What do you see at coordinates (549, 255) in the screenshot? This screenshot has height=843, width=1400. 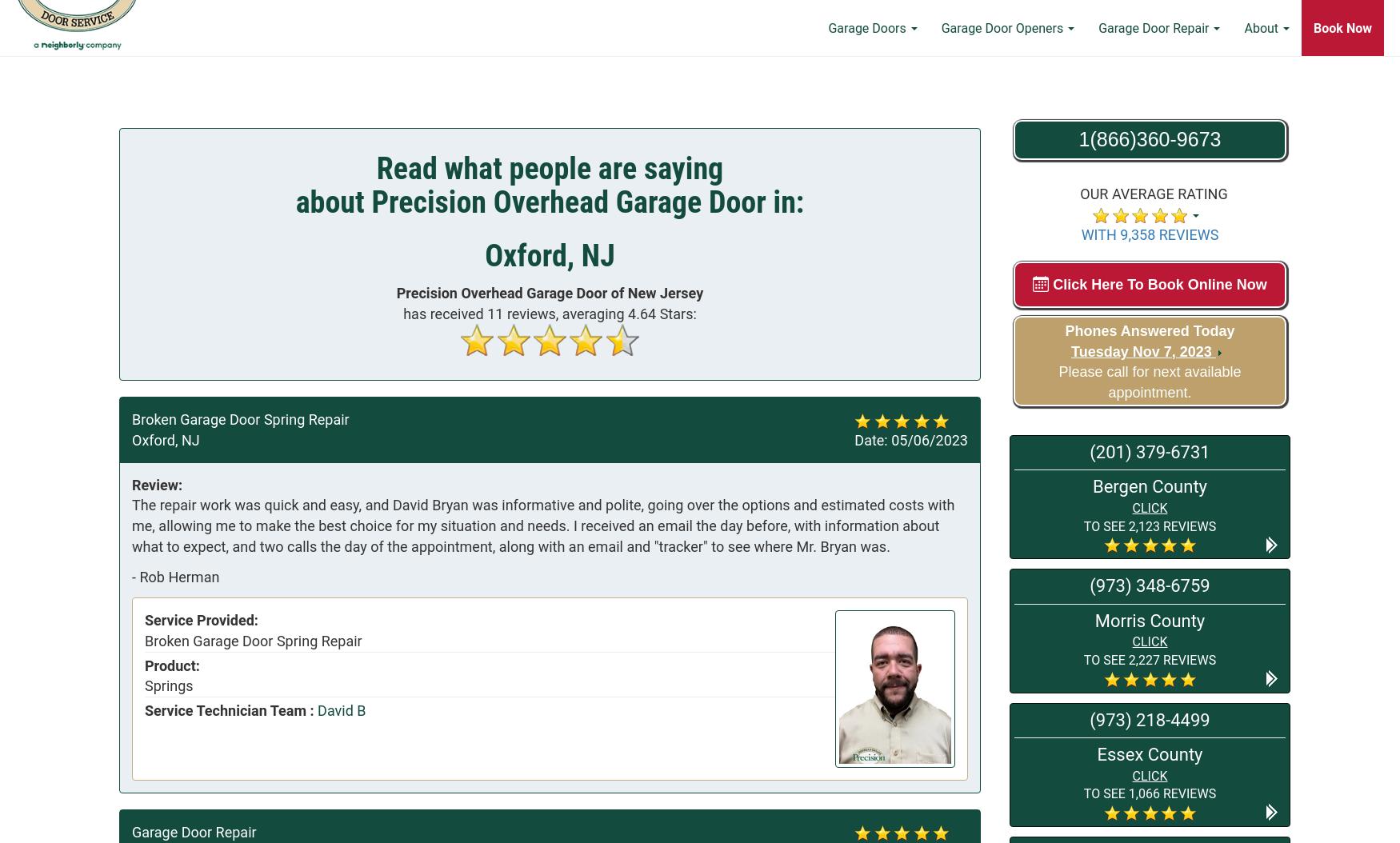 I see `'Oxford, NJ'` at bounding box center [549, 255].